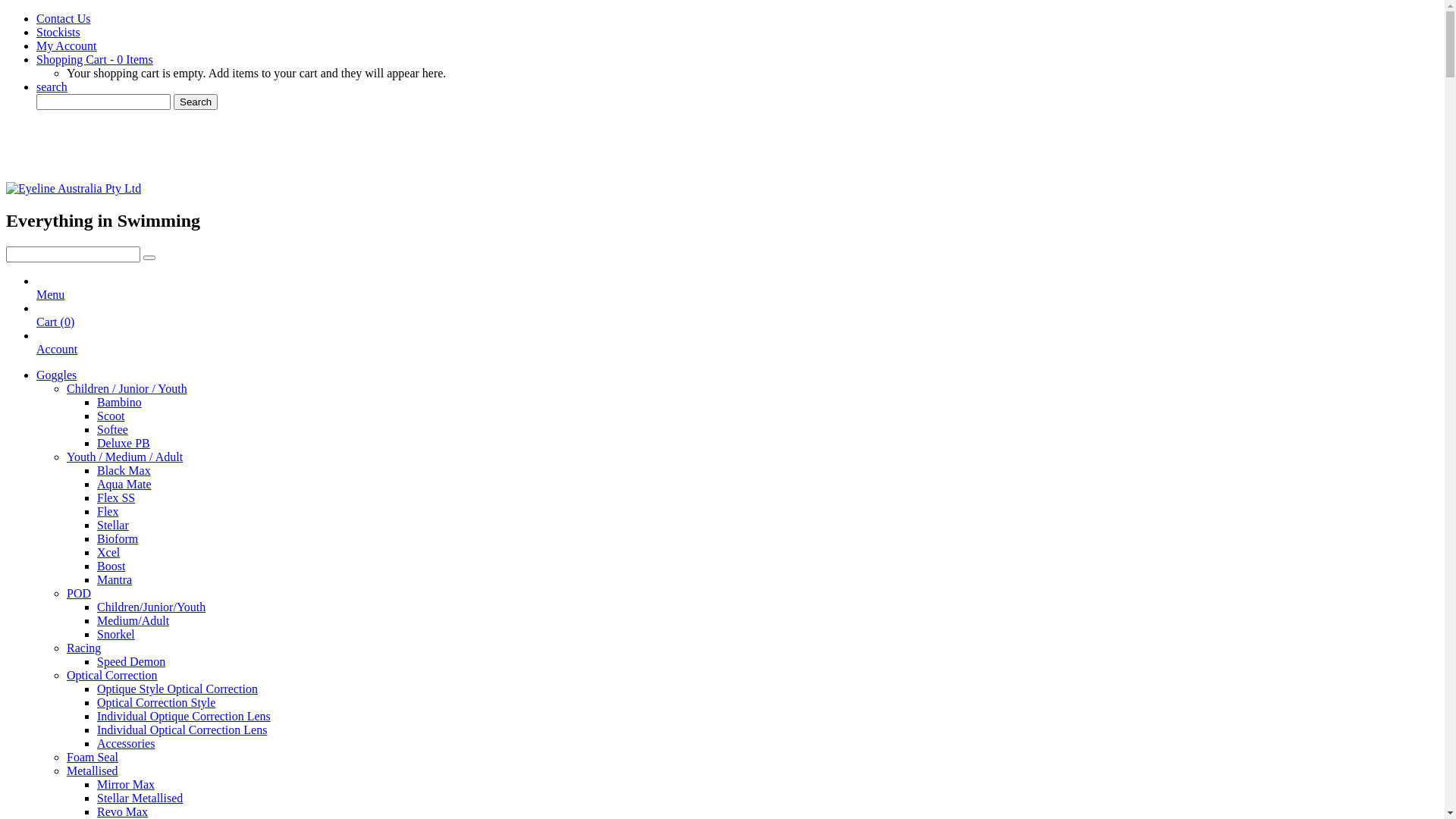  Describe the element at coordinates (110, 566) in the screenshot. I see `'Boost'` at that location.